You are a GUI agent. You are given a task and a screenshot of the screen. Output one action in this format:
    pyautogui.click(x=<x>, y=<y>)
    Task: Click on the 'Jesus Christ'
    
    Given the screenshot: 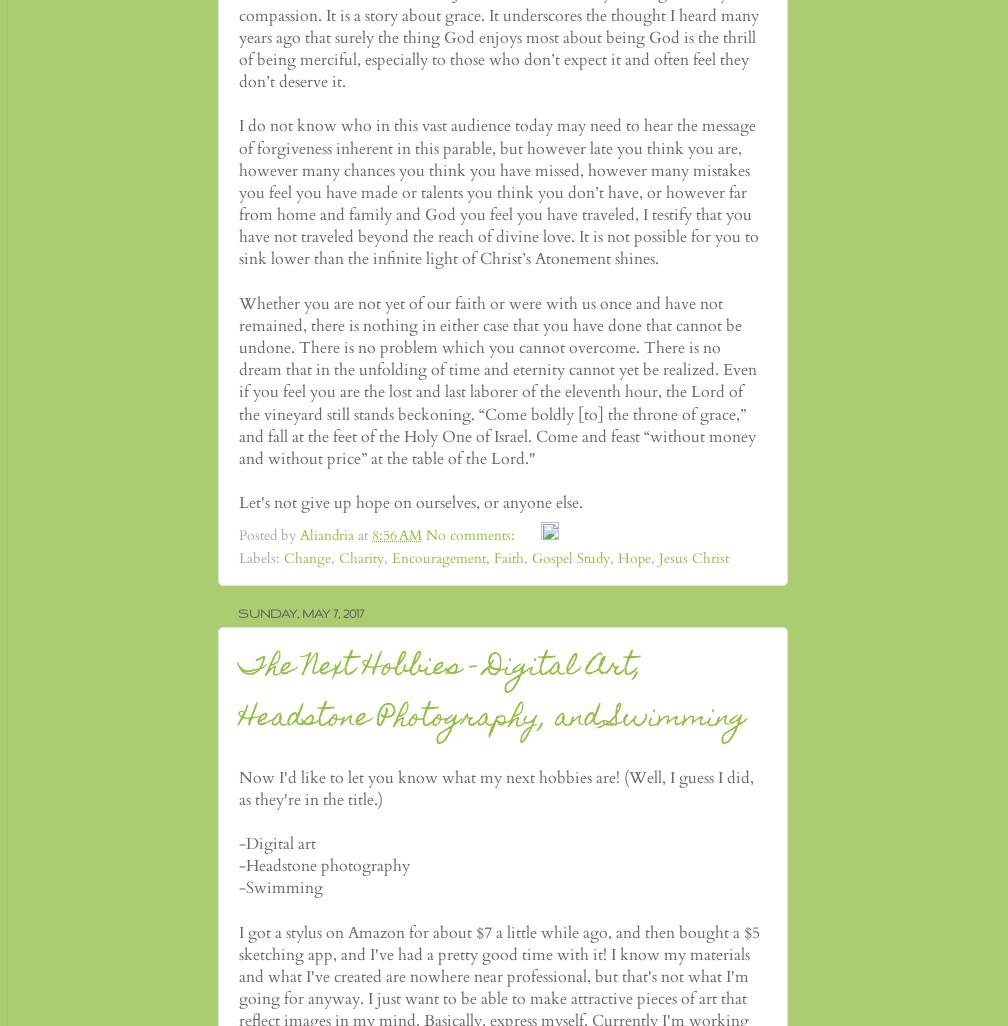 What is the action you would take?
    pyautogui.click(x=694, y=557)
    